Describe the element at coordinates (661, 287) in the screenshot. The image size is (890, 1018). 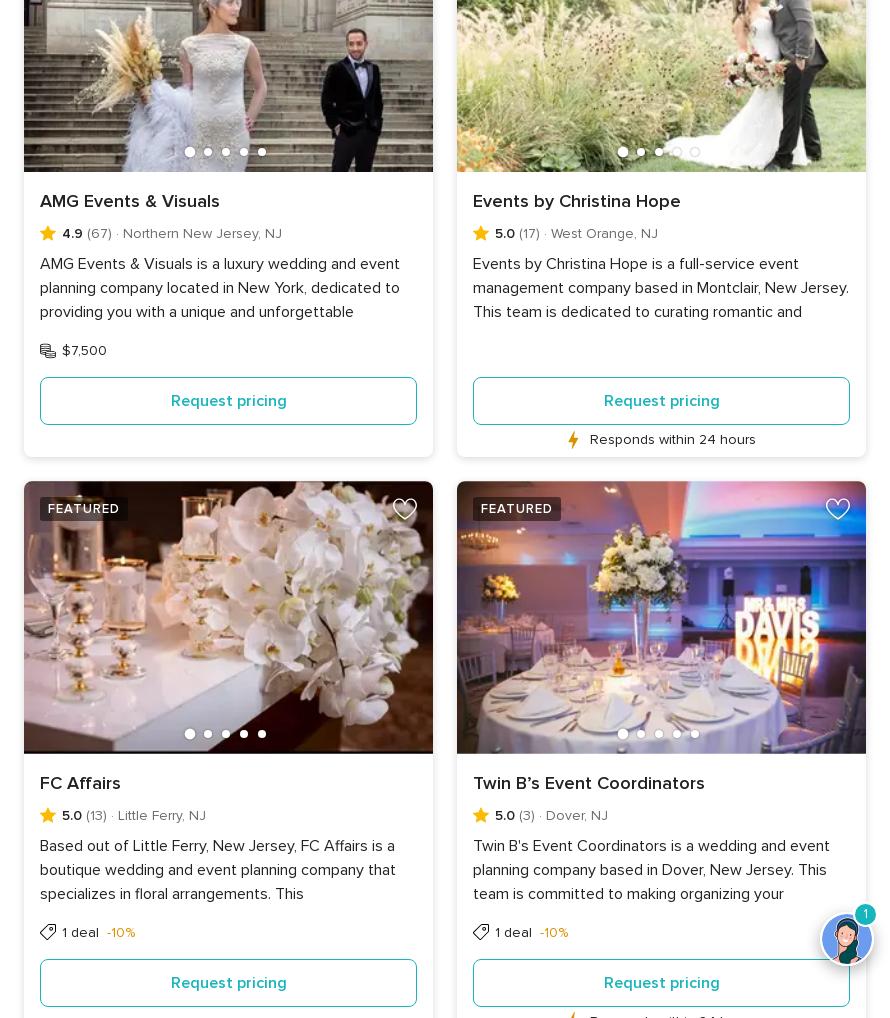
I see `'Events by Christina Hope is a full-service event management company based in Montclair, New Jersey. This team is dedicated to curating romantic and'` at that location.